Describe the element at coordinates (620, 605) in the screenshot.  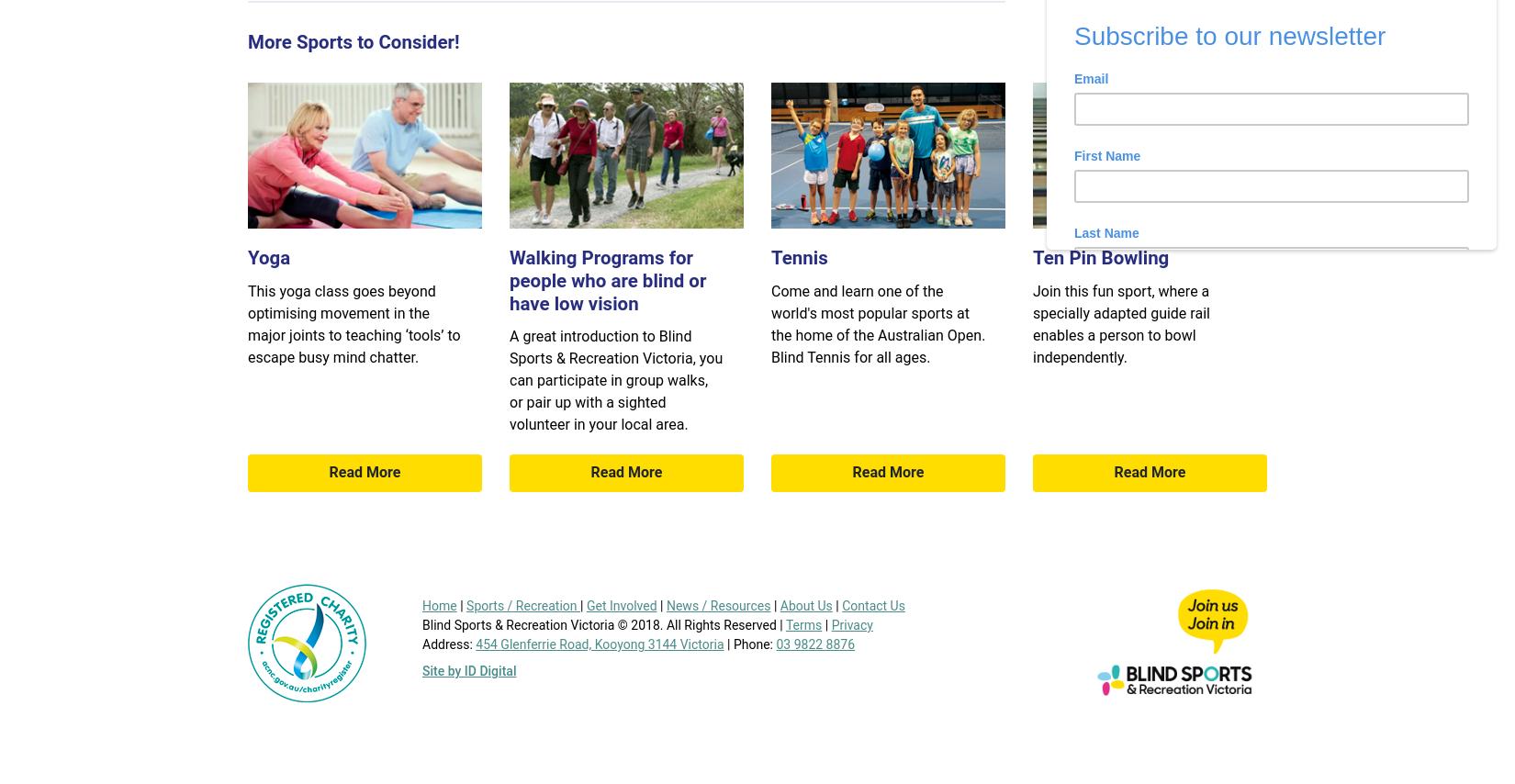
I see `'Get Involved'` at that location.